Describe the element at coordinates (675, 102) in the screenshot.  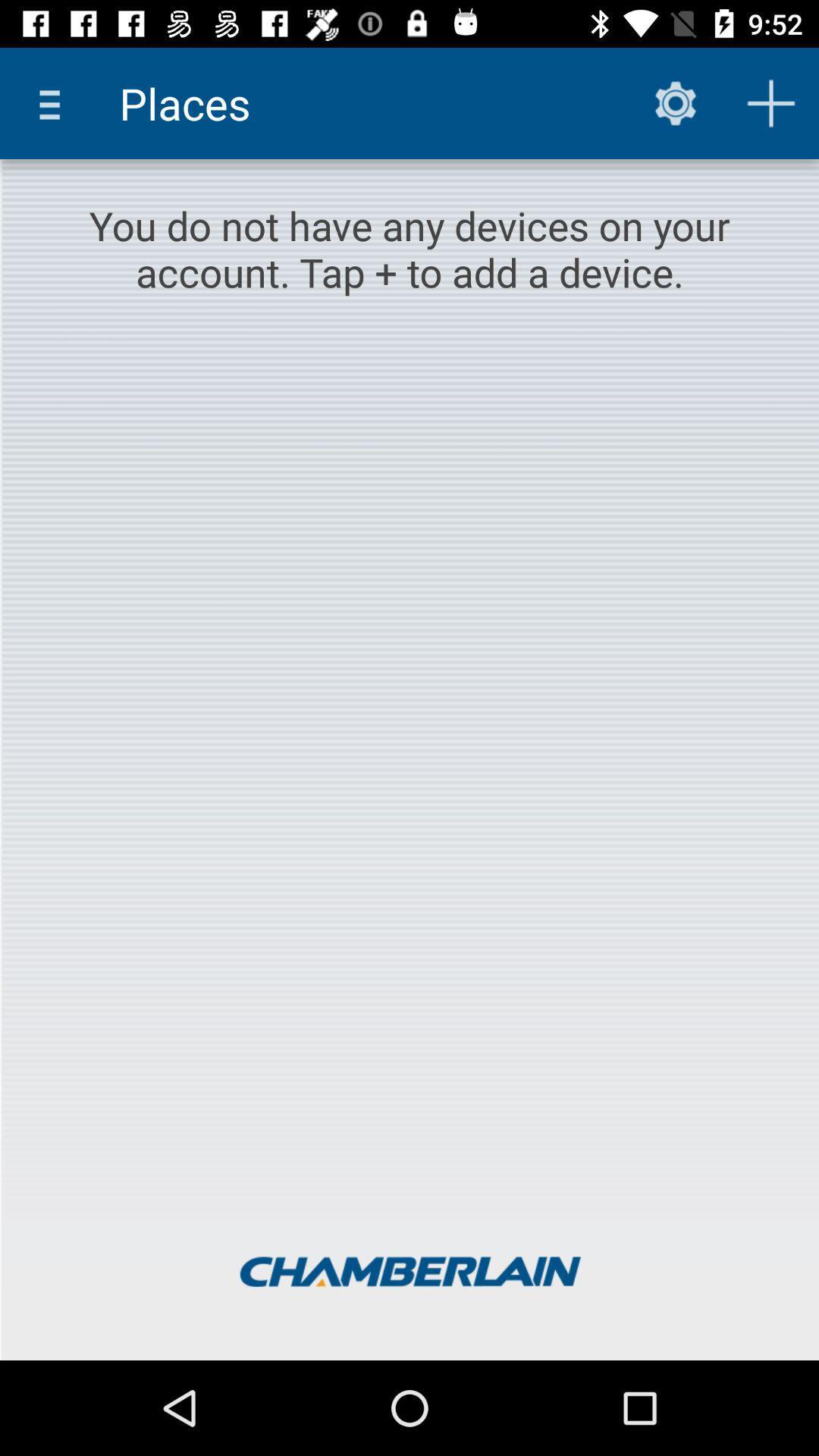
I see `item to the right of places` at that location.